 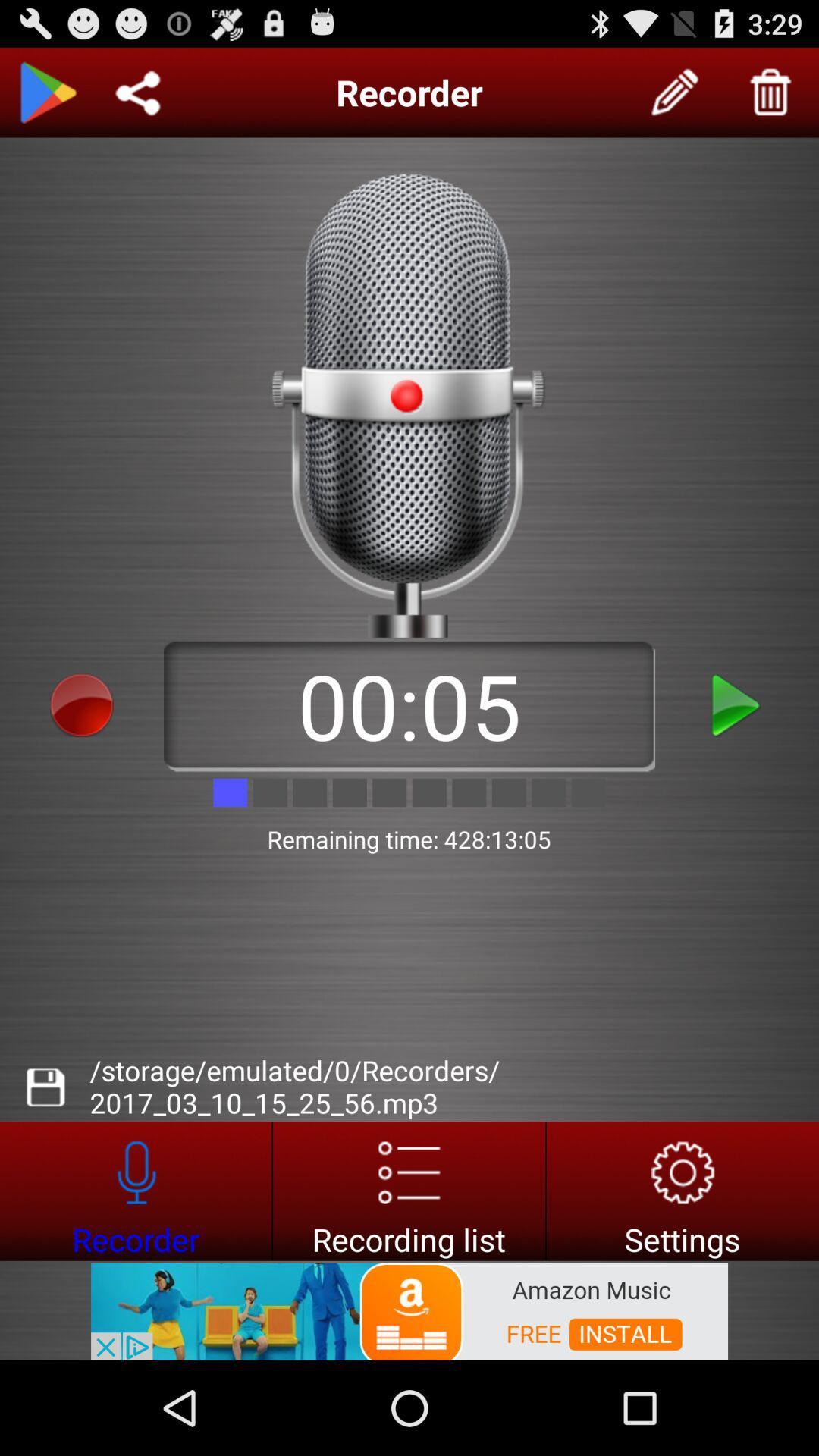 I want to click on settings, so click(x=682, y=1190).